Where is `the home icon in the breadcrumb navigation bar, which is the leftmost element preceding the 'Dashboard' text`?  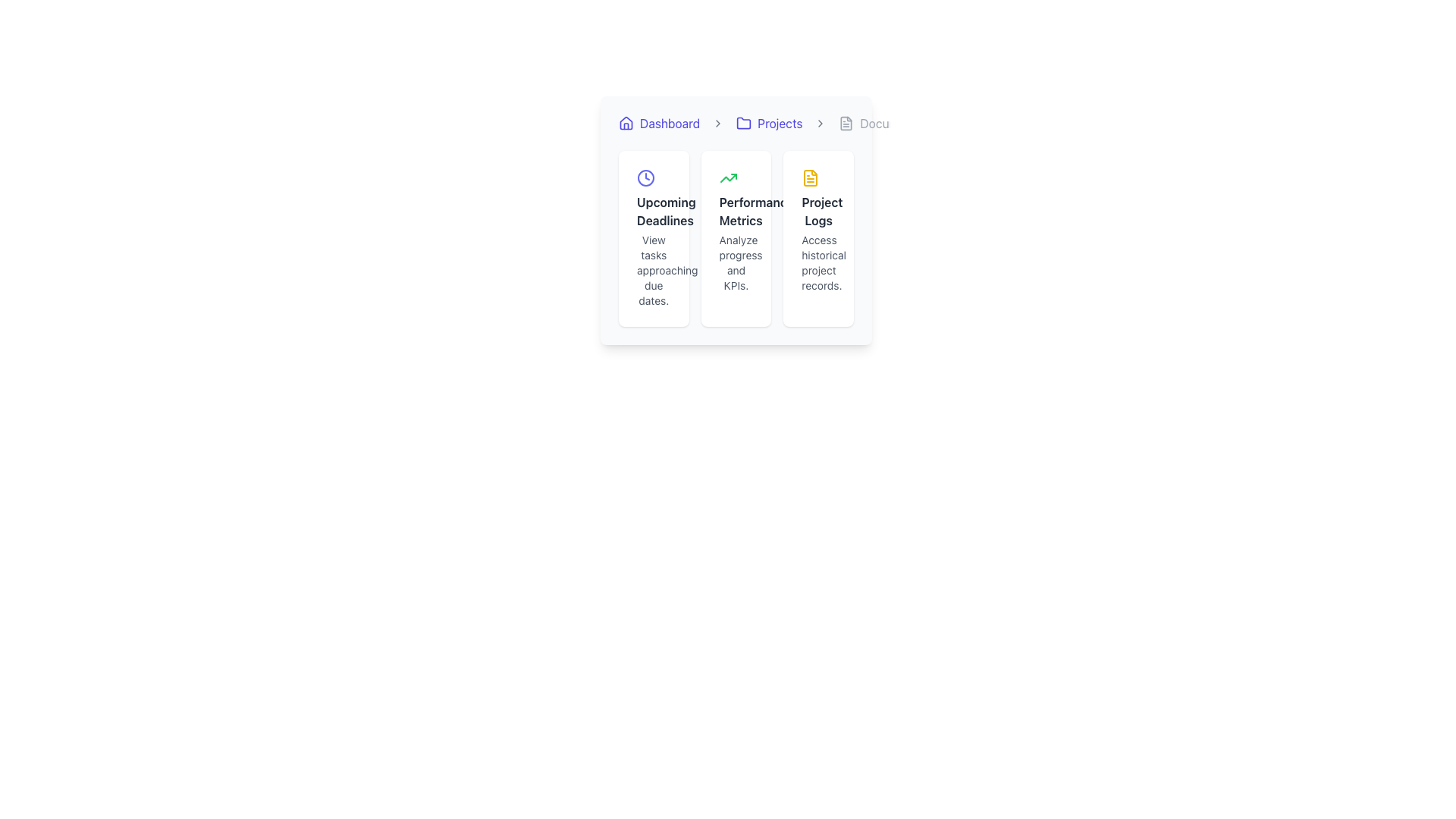
the home icon in the breadcrumb navigation bar, which is the leftmost element preceding the 'Dashboard' text is located at coordinates (626, 122).